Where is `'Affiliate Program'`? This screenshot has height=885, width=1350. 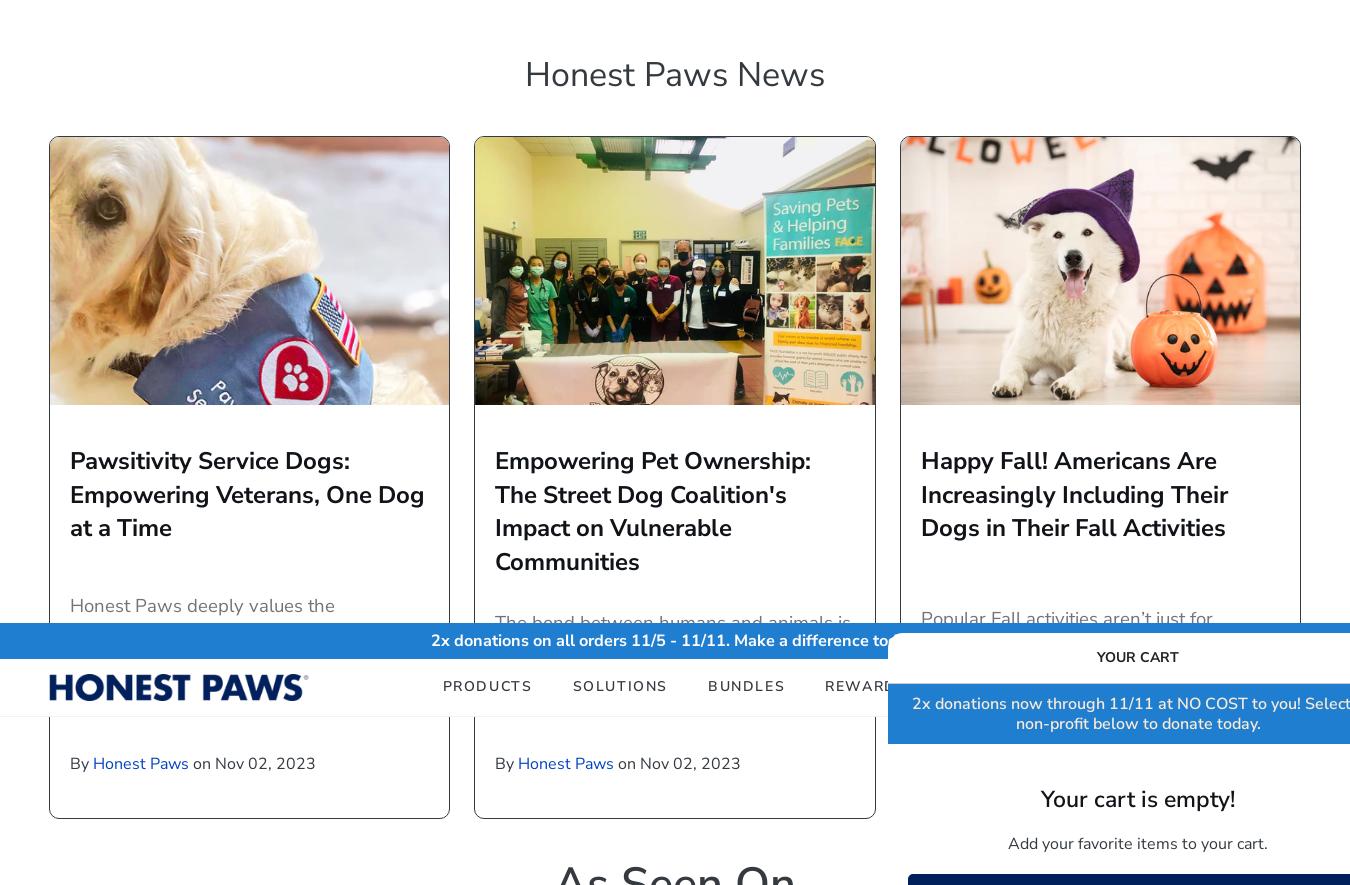
'Affiliate Program' is located at coordinates (1020, 723).